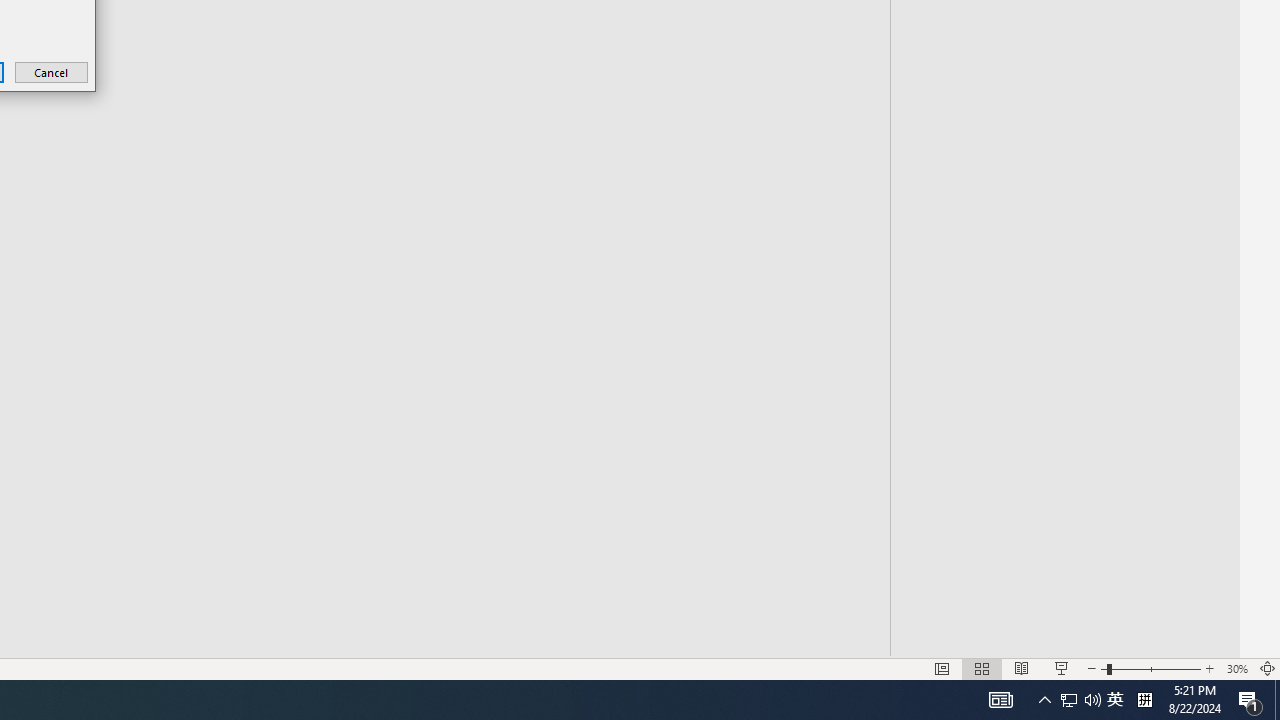 This screenshot has width=1280, height=720. What do you see at coordinates (1103, 669) in the screenshot?
I see `'Slide Show'` at bounding box center [1103, 669].